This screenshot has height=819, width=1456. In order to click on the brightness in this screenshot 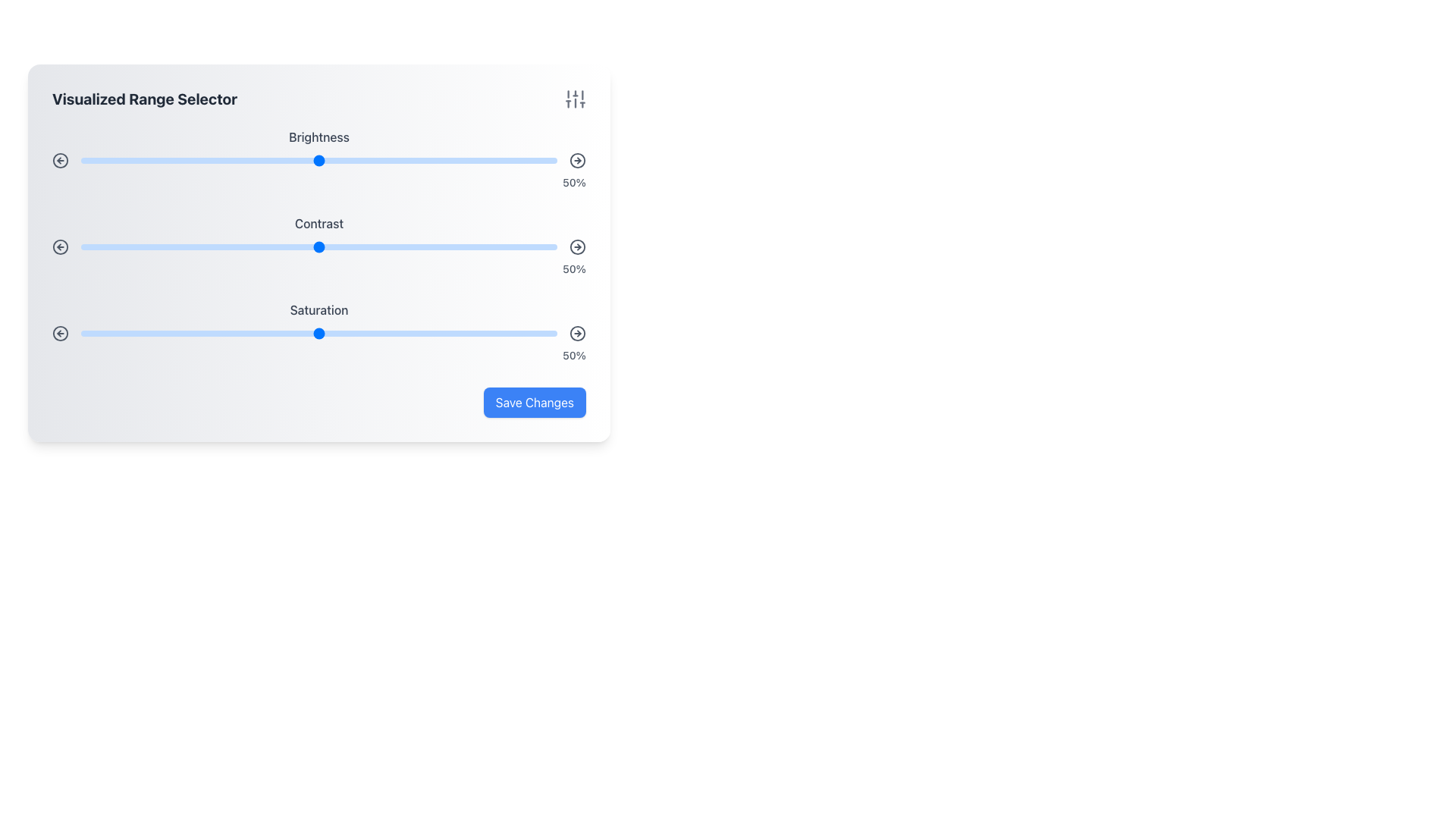, I will do `click(491, 161)`.